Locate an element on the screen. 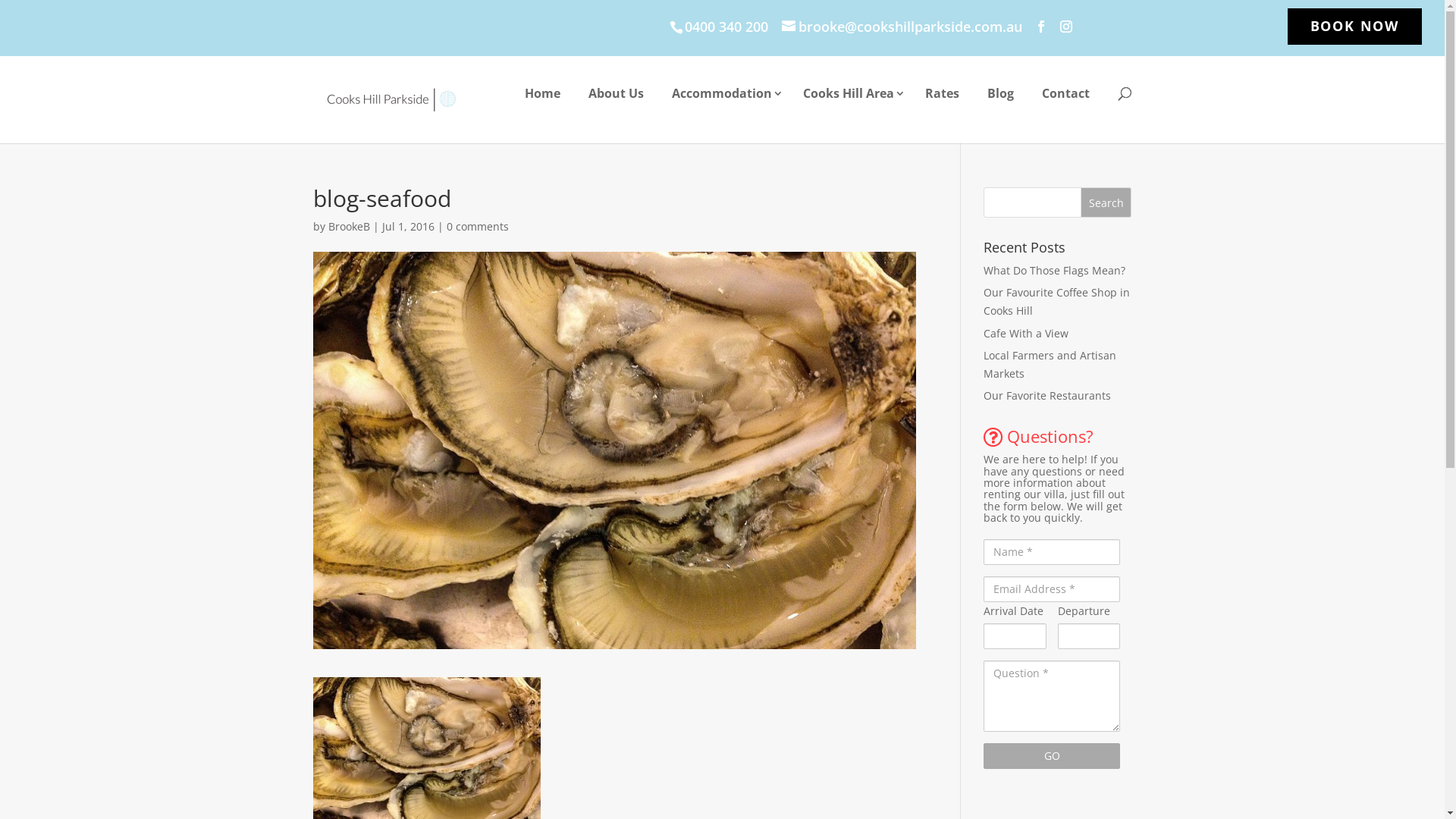 Image resolution: width=1456 pixels, height=819 pixels. 'Our Favourite Coffee Shop in Cooks Hill' is located at coordinates (1056, 301).